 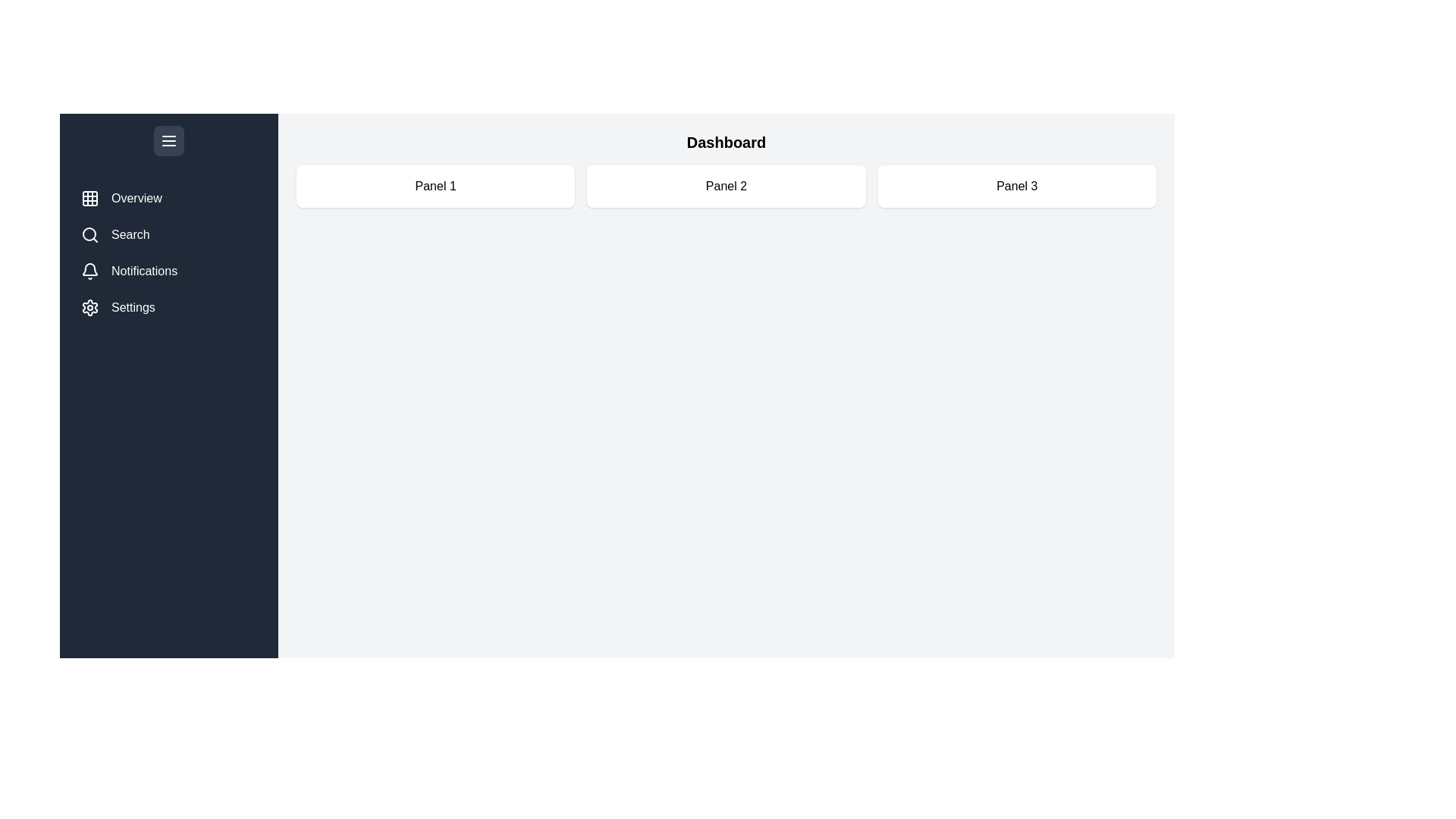 What do you see at coordinates (168, 271) in the screenshot?
I see `the menu item Notifications to observe its hover effect` at bounding box center [168, 271].